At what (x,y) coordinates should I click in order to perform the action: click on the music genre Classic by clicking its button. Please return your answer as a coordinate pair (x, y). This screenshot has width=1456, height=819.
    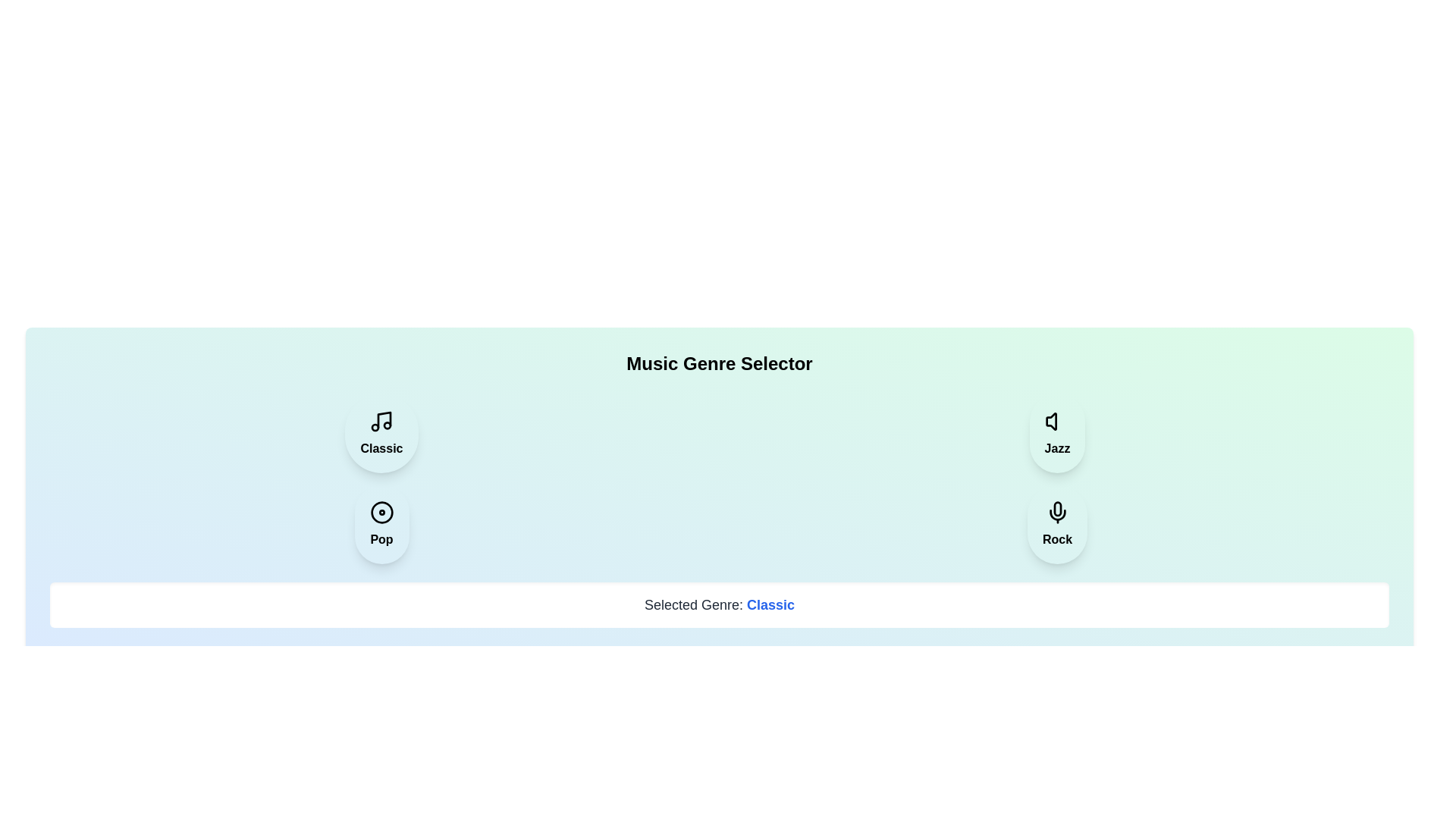
    Looking at the image, I should click on (381, 433).